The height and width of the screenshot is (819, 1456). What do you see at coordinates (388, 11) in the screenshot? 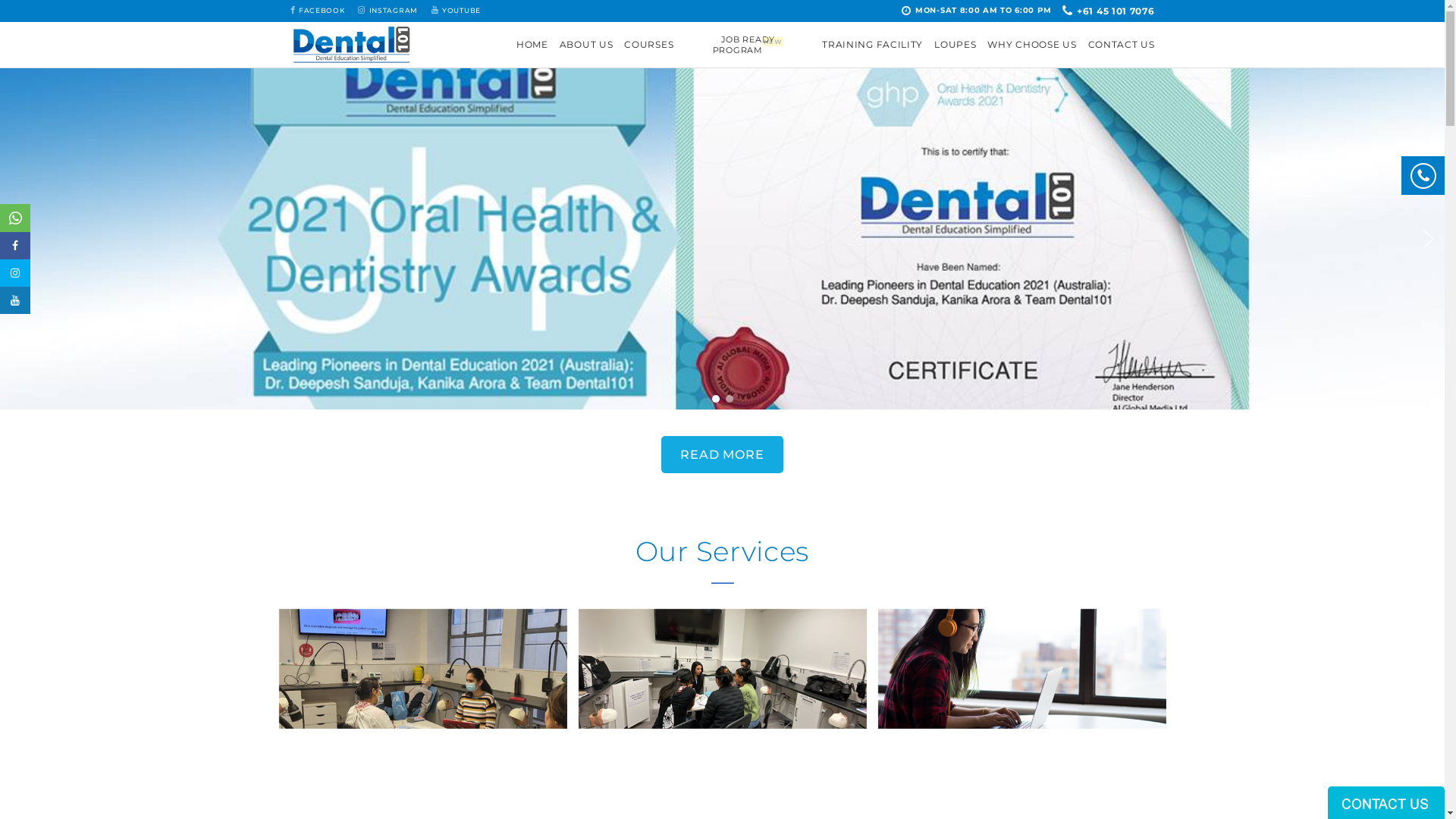
I see `'INSTAGRAM'` at bounding box center [388, 11].